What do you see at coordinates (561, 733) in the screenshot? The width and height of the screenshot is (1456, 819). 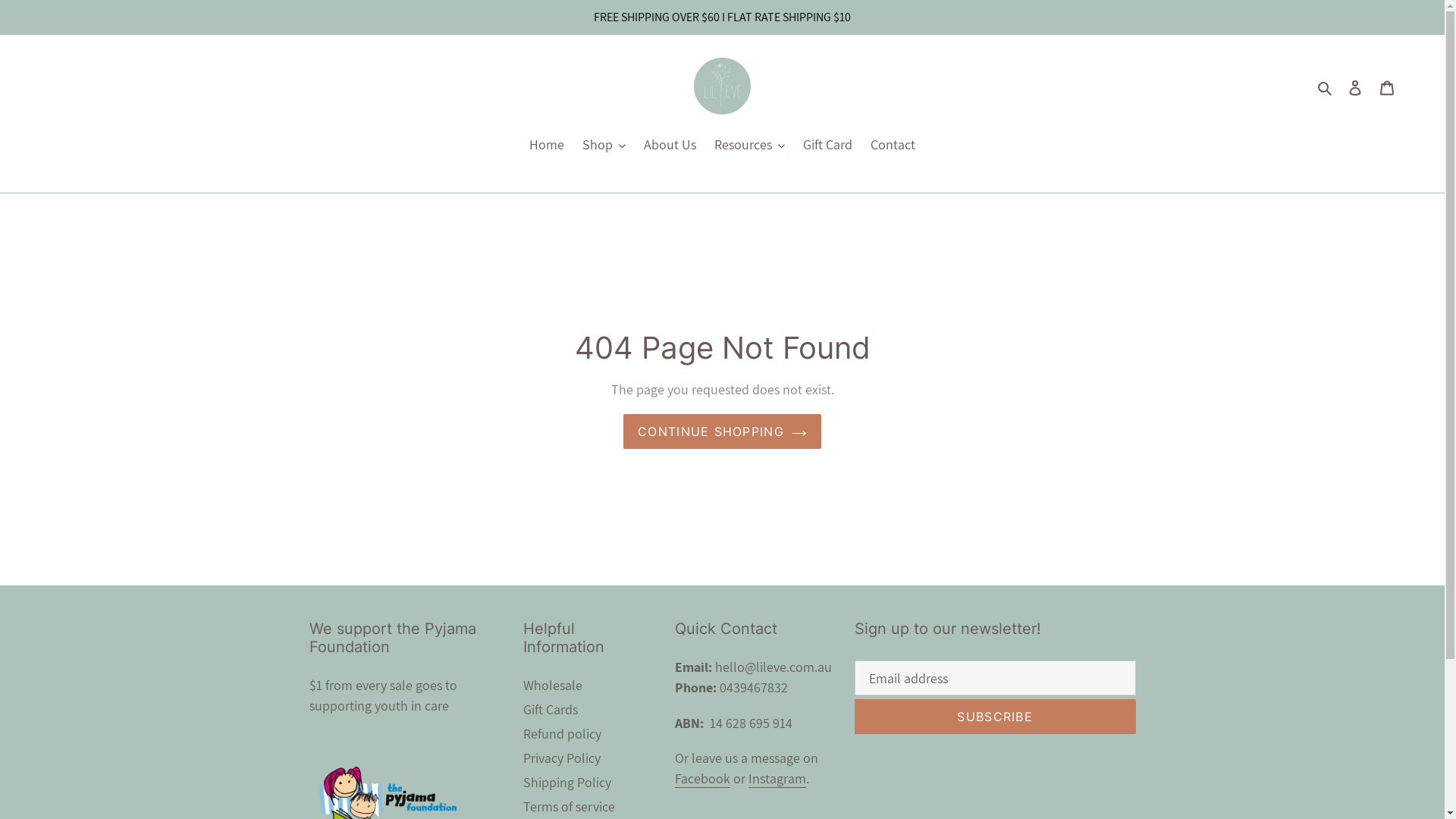 I see `'Refund policy'` at bounding box center [561, 733].